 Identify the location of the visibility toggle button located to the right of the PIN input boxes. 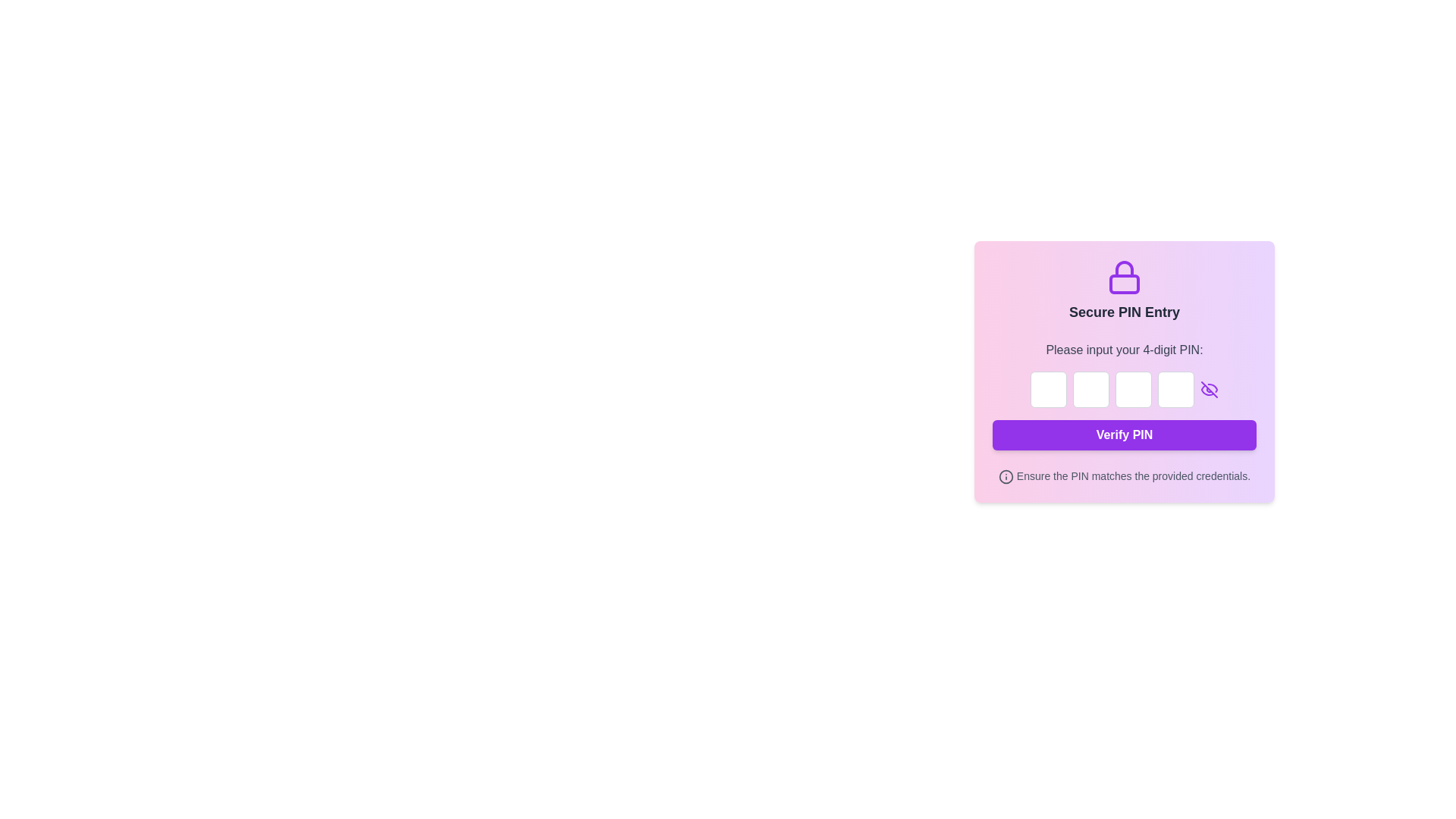
(1208, 388).